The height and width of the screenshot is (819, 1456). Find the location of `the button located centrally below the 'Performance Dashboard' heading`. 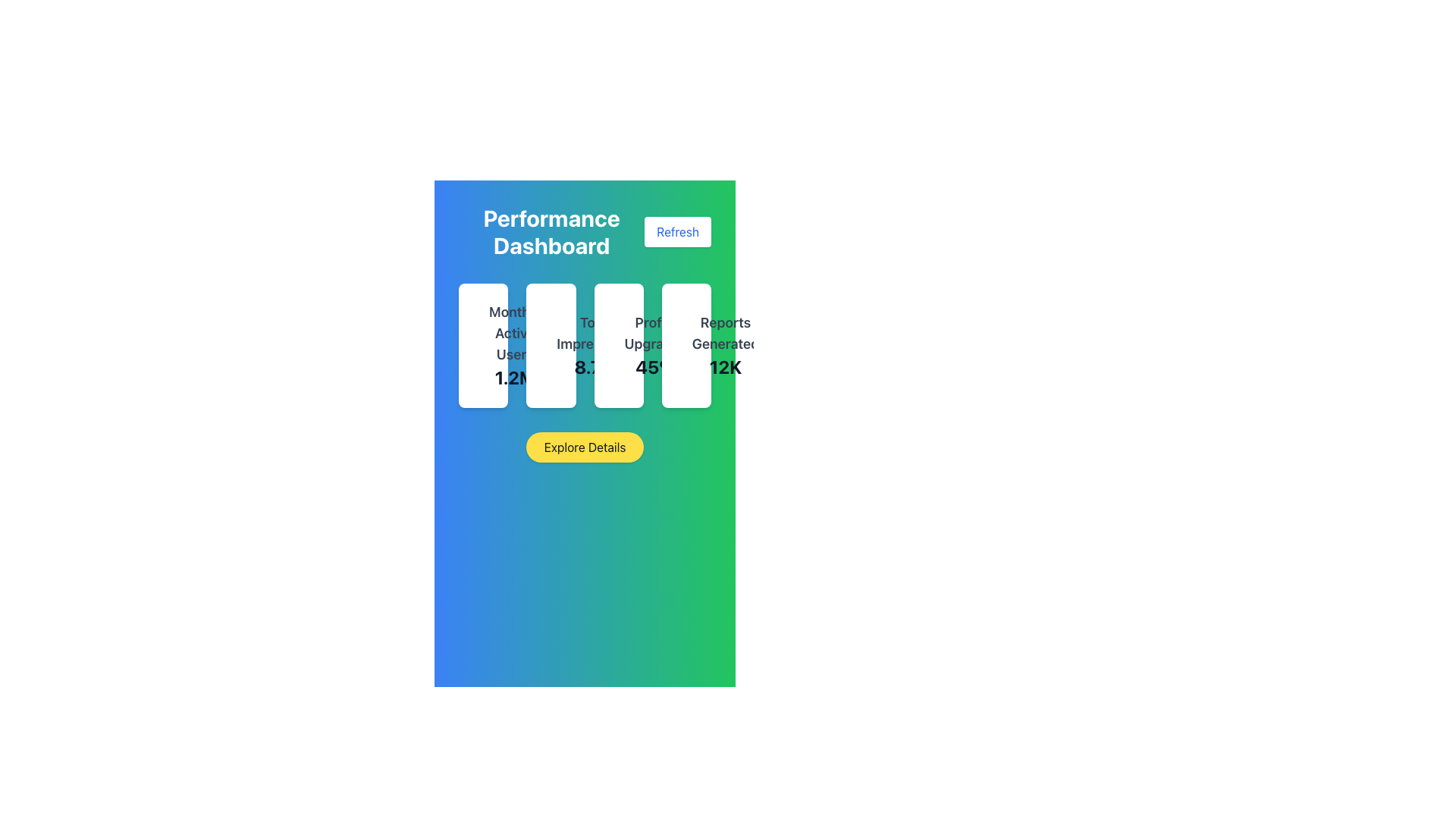

the button located centrally below the 'Performance Dashboard' heading is located at coordinates (584, 447).